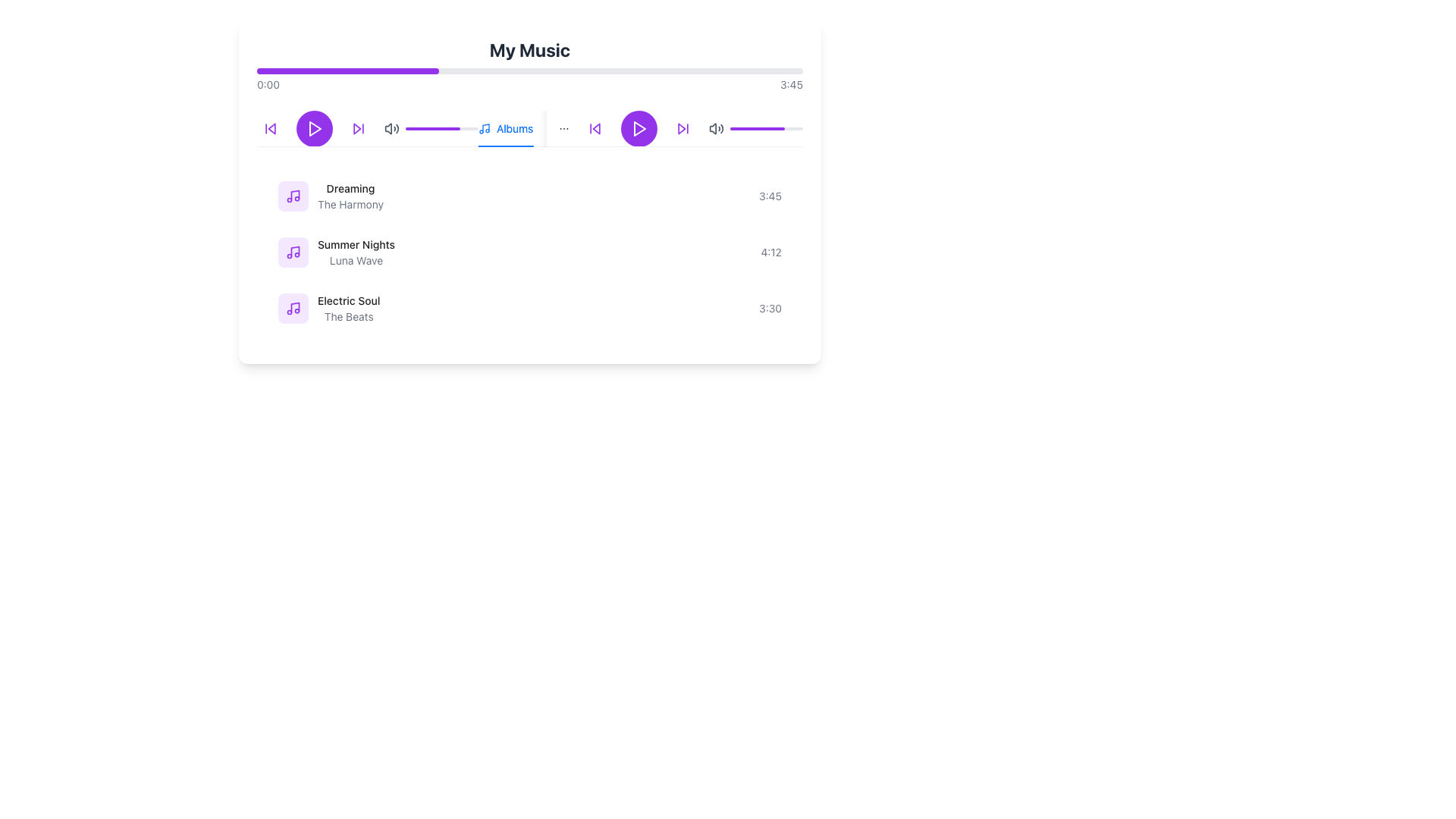 Image resolution: width=1456 pixels, height=819 pixels. Describe the element at coordinates (409, 127) in the screenshot. I see `playback position` at that location.